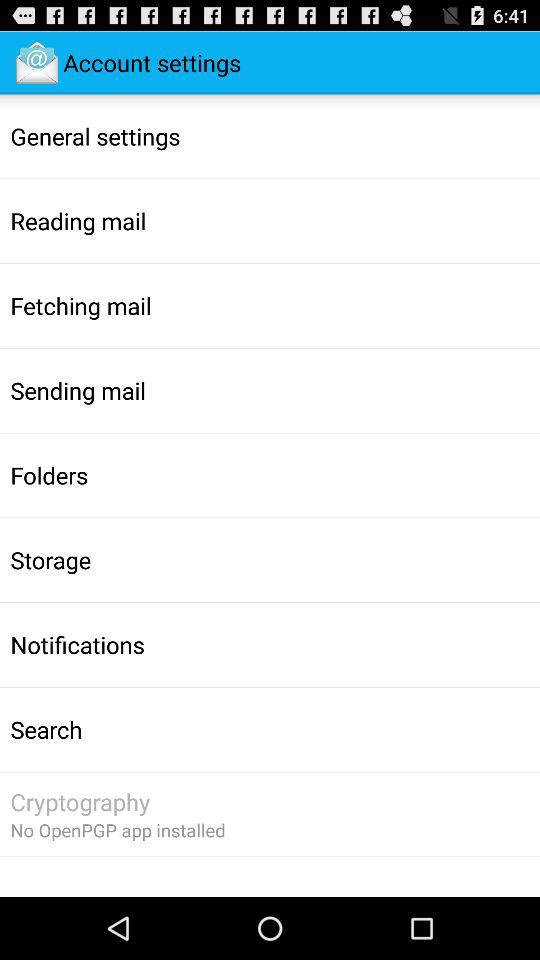 This screenshot has height=960, width=540. I want to click on the general settings, so click(94, 135).